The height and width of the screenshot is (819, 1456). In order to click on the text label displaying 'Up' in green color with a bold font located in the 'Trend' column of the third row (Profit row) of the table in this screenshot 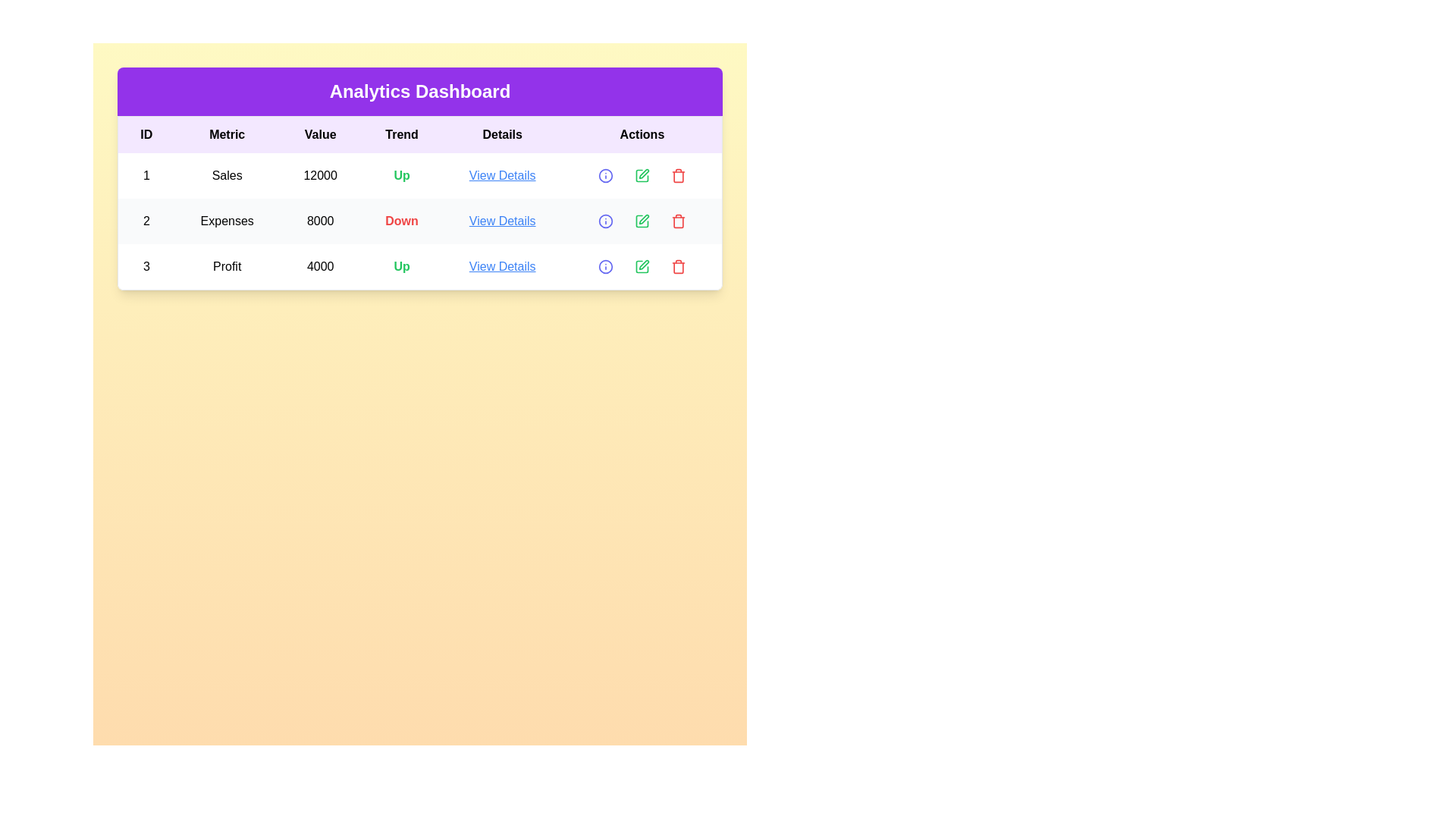, I will do `click(402, 265)`.